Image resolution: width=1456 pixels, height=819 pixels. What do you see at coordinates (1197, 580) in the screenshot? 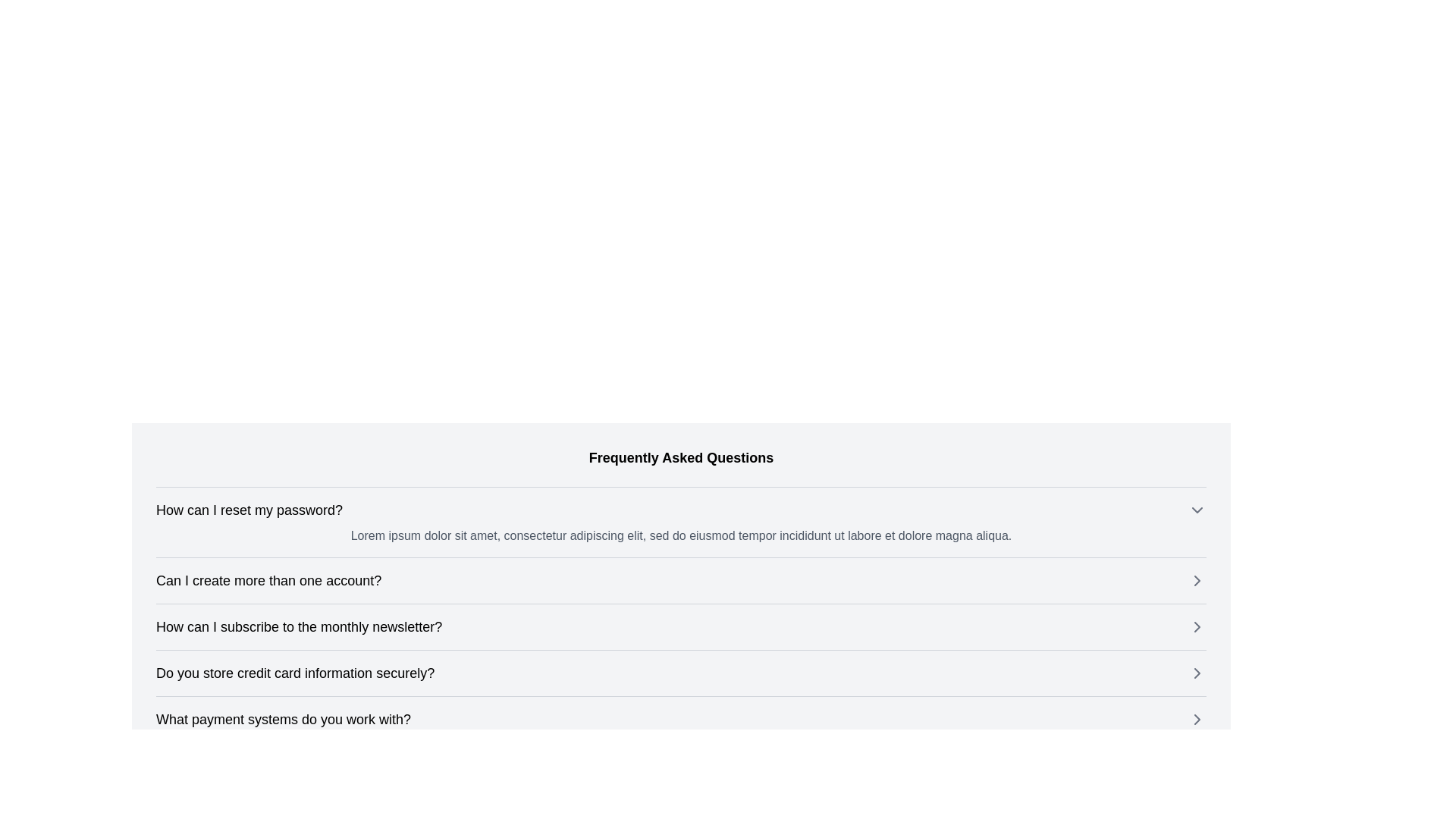
I see `the chevron icon located at the far right of the list item labeled 'Can I create more than one account?'` at bounding box center [1197, 580].